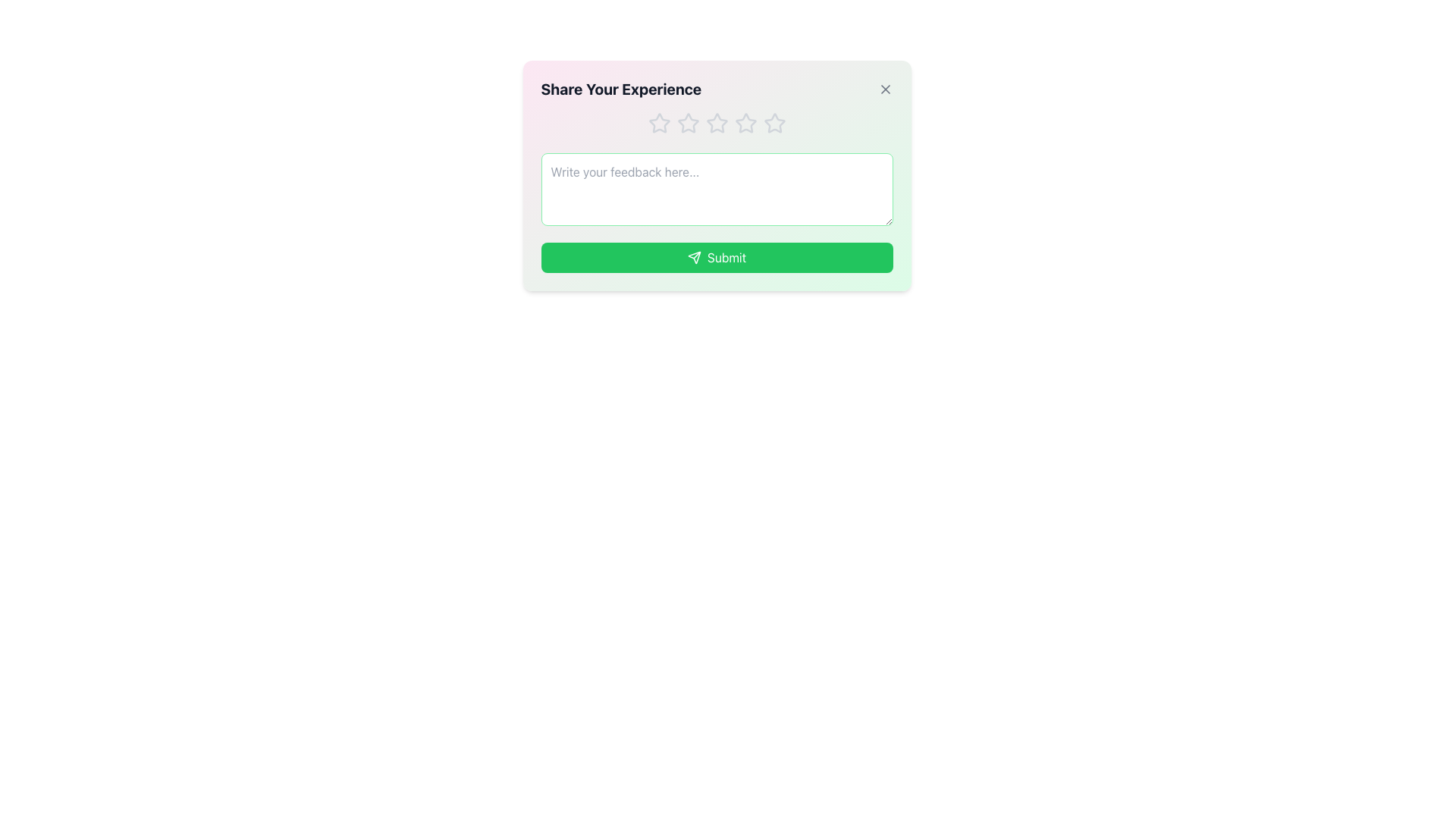  What do you see at coordinates (687, 122) in the screenshot?
I see `the second star icon in the 5-star rating system` at bounding box center [687, 122].